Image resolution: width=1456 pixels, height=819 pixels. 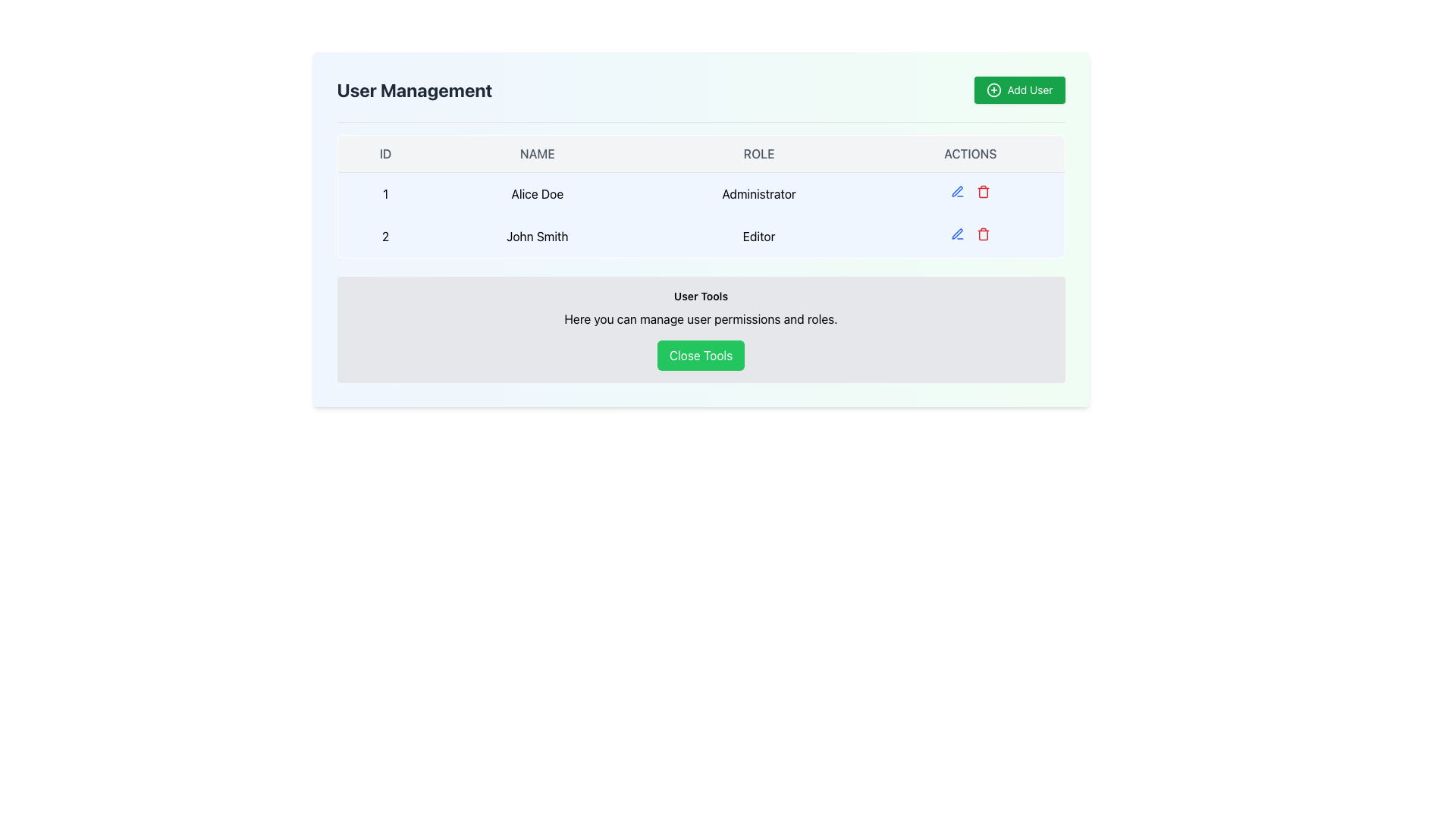 What do you see at coordinates (700, 329) in the screenshot?
I see `information presented in the 'User Tools' informational panel which includes the title and description about managing user permissions and roles` at bounding box center [700, 329].